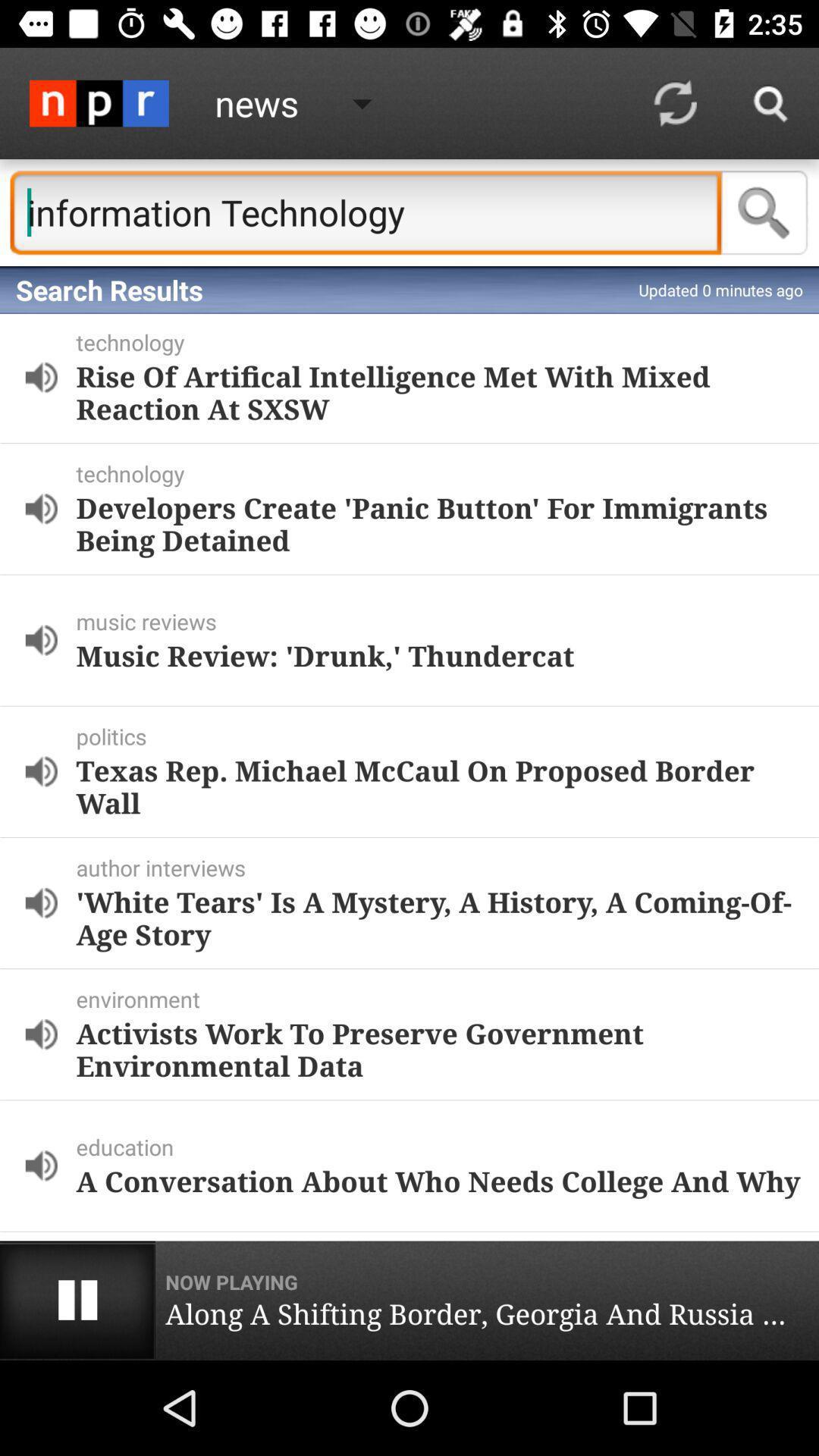 This screenshot has height=1456, width=819. I want to click on the search icon, so click(764, 212).